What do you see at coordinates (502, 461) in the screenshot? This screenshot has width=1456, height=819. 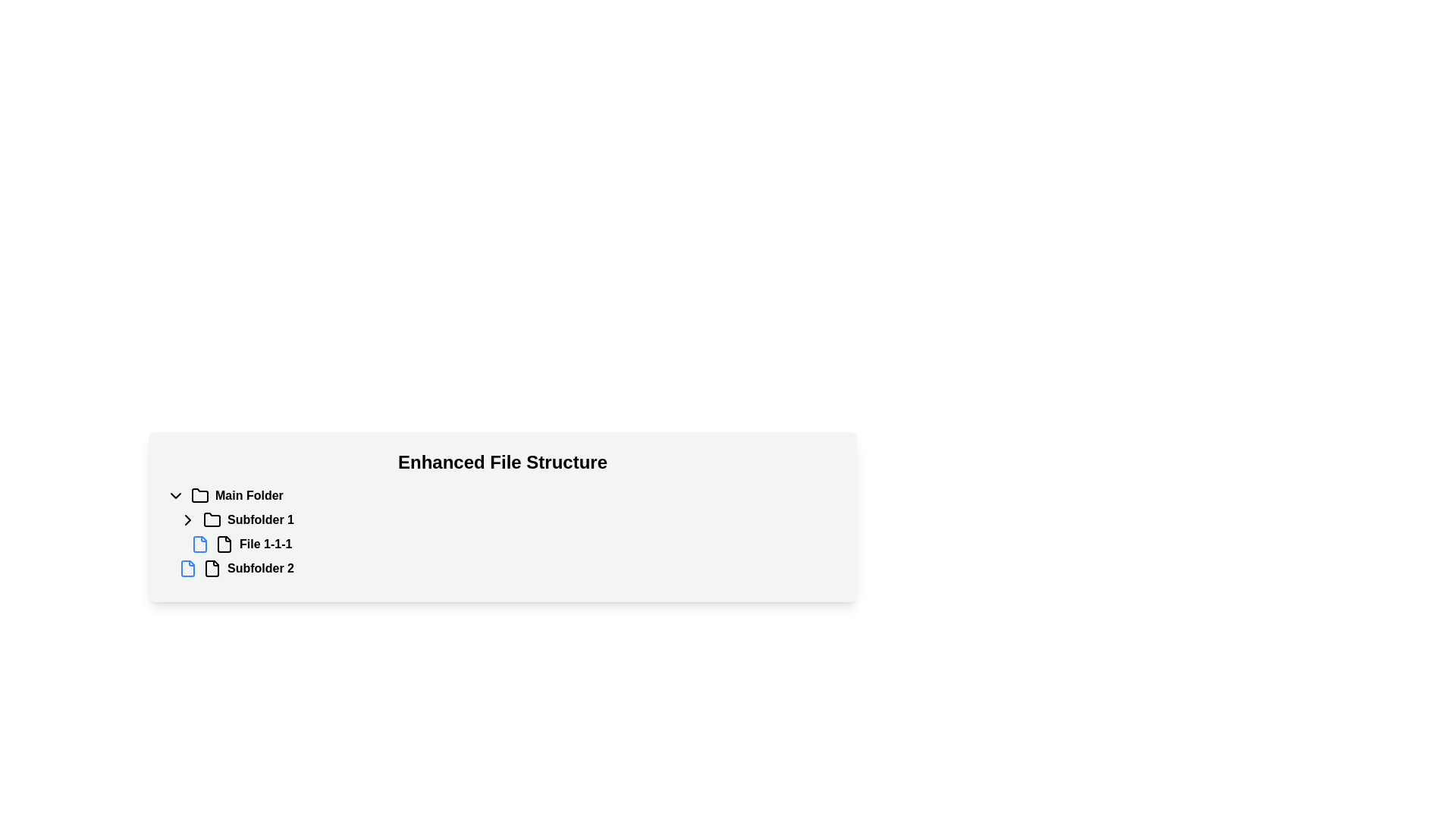 I see `the text label reading 'Enhanced File Structure' located at the top of the light gray panel` at bounding box center [502, 461].